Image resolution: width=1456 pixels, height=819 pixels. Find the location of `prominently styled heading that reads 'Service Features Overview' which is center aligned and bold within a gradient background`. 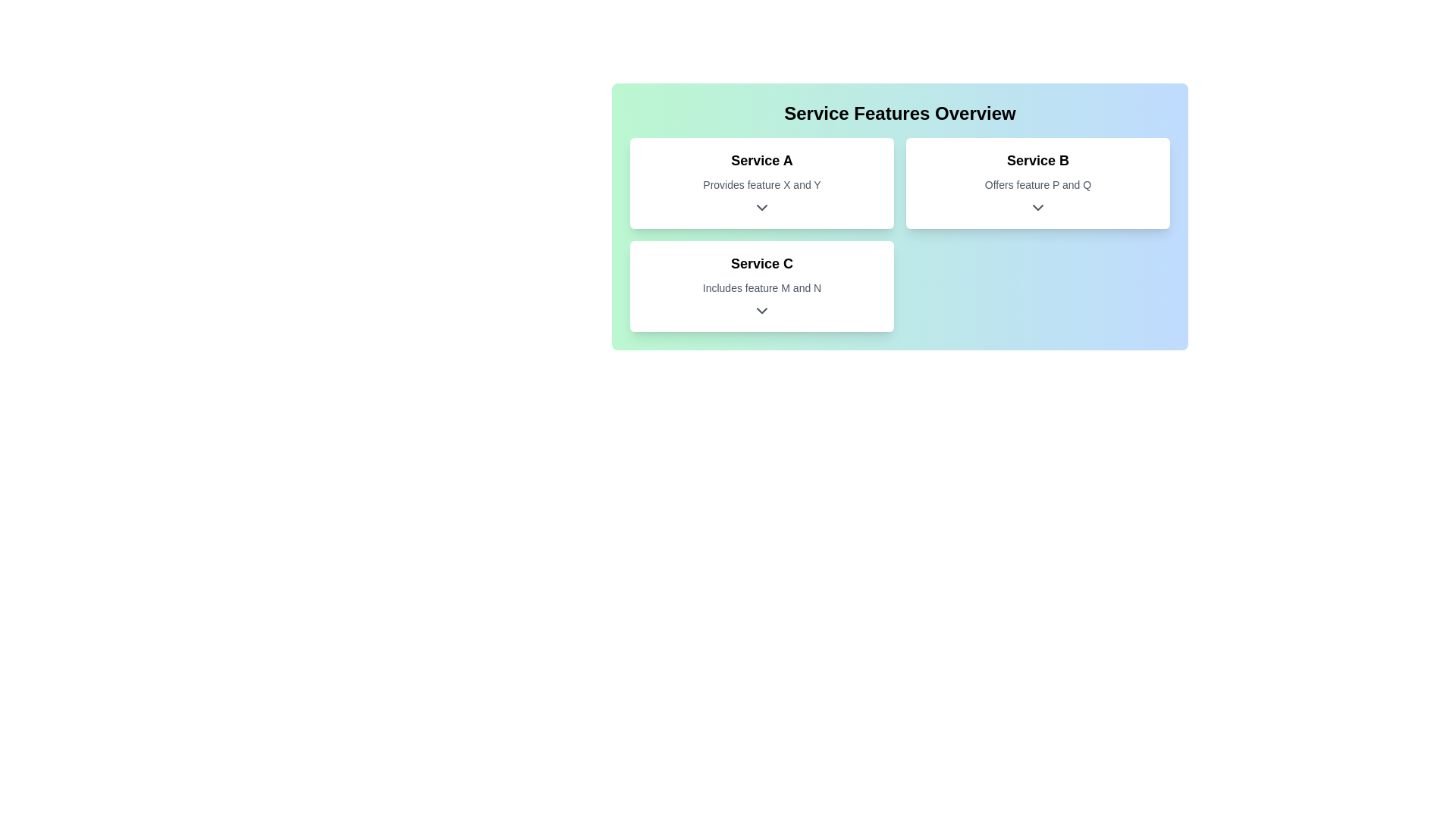

prominently styled heading that reads 'Service Features Overview' which is center aligned and bold within a gradient background is located at coordinates (899, 113).